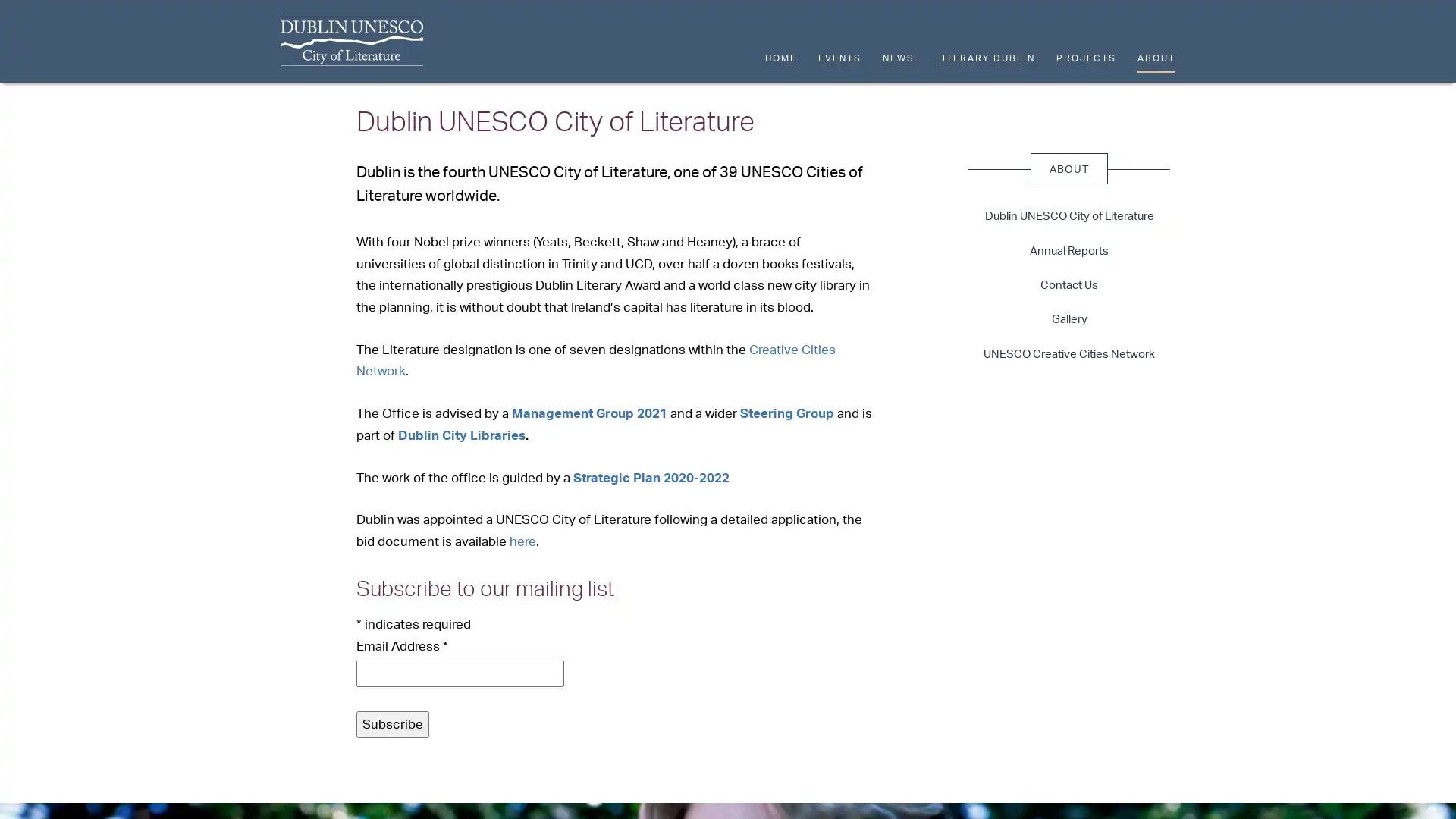  I want to click on Subscribe, so click(393, 723).